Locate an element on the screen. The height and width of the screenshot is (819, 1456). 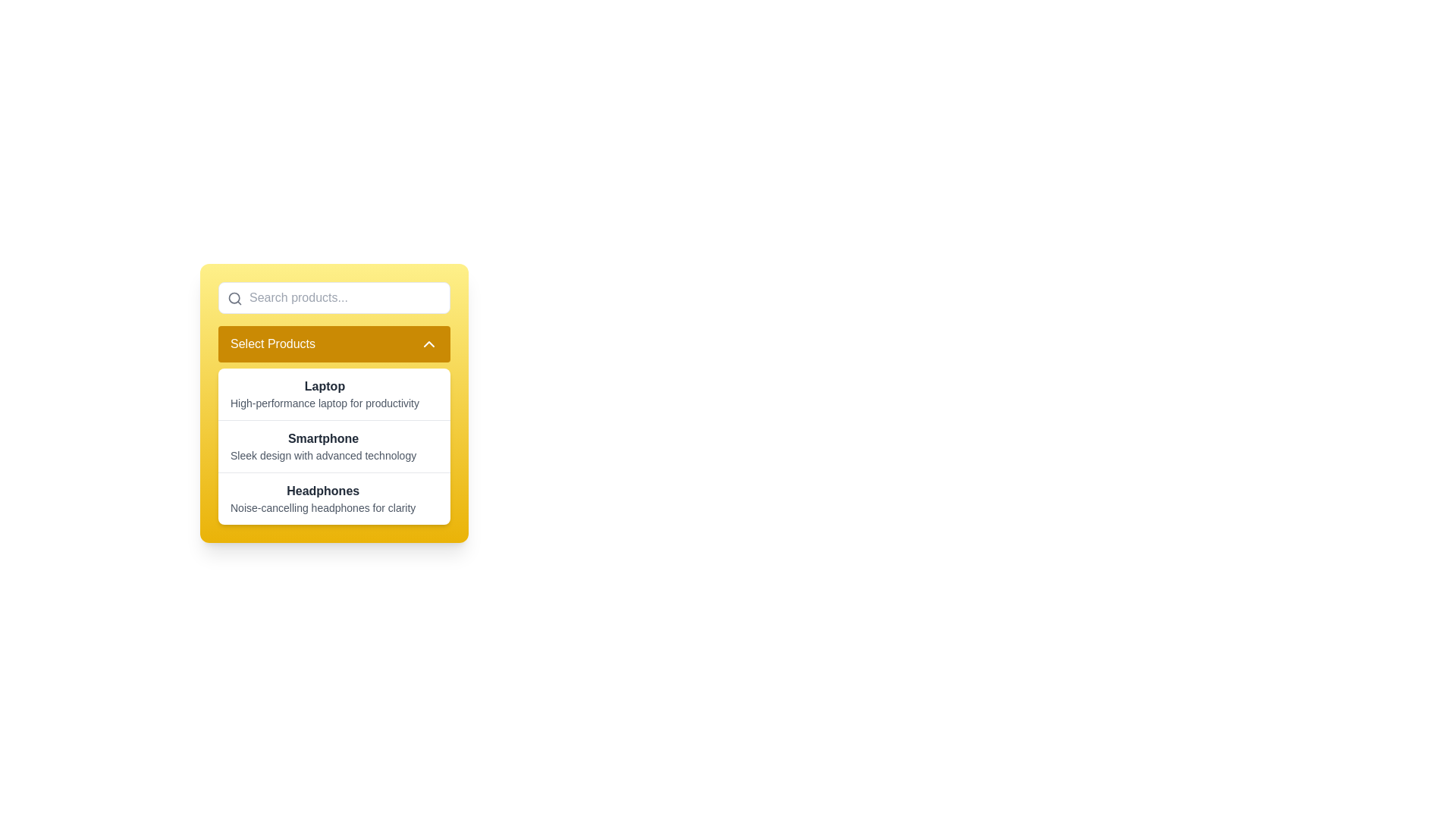
the list item labeled 'Headphones', which features a bold header and descriptive text is located at coordinates (322, 499).